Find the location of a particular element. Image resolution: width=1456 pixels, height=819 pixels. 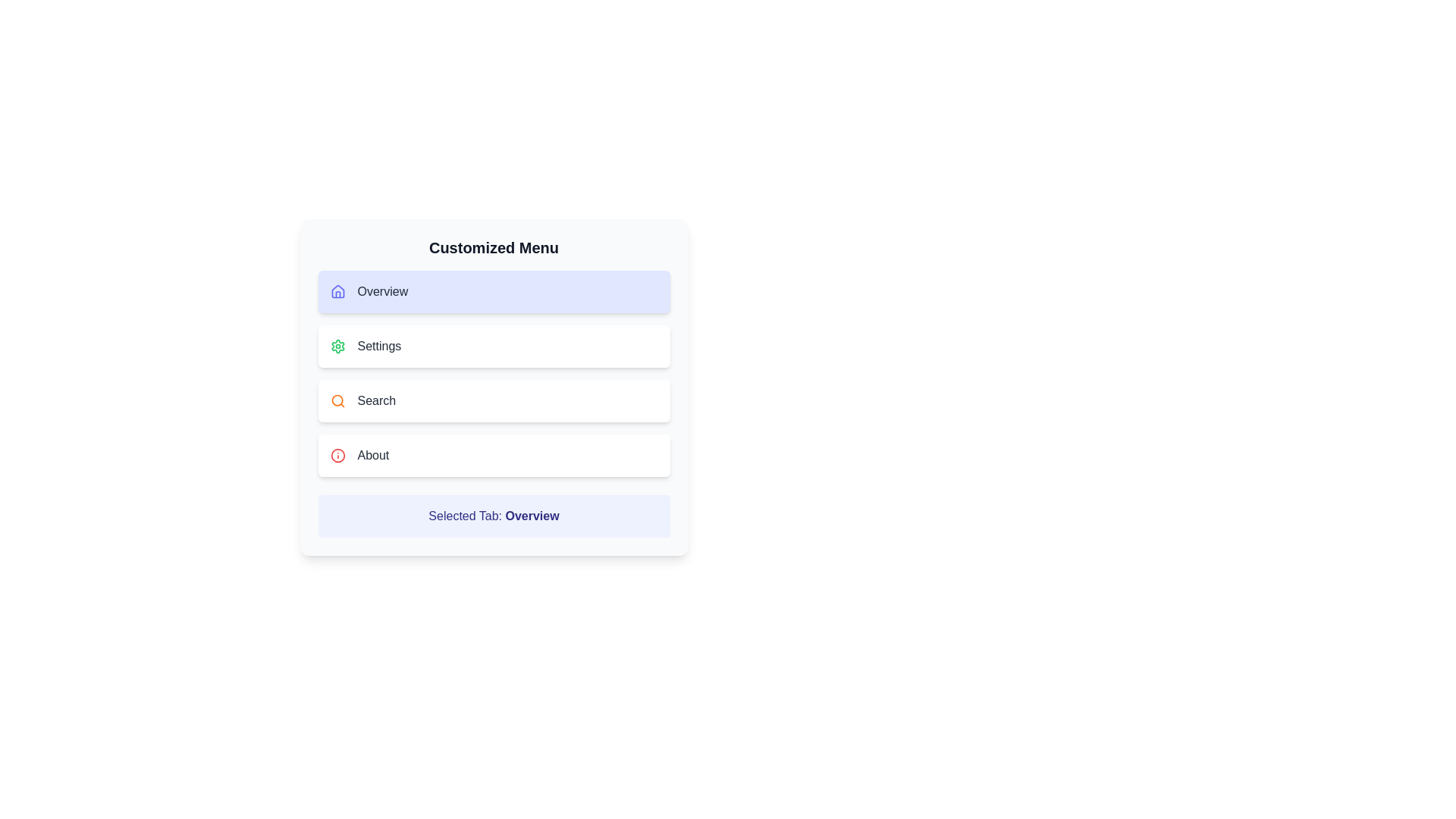

the tab labeled Search from the menu is located at coordinates (494, 400).